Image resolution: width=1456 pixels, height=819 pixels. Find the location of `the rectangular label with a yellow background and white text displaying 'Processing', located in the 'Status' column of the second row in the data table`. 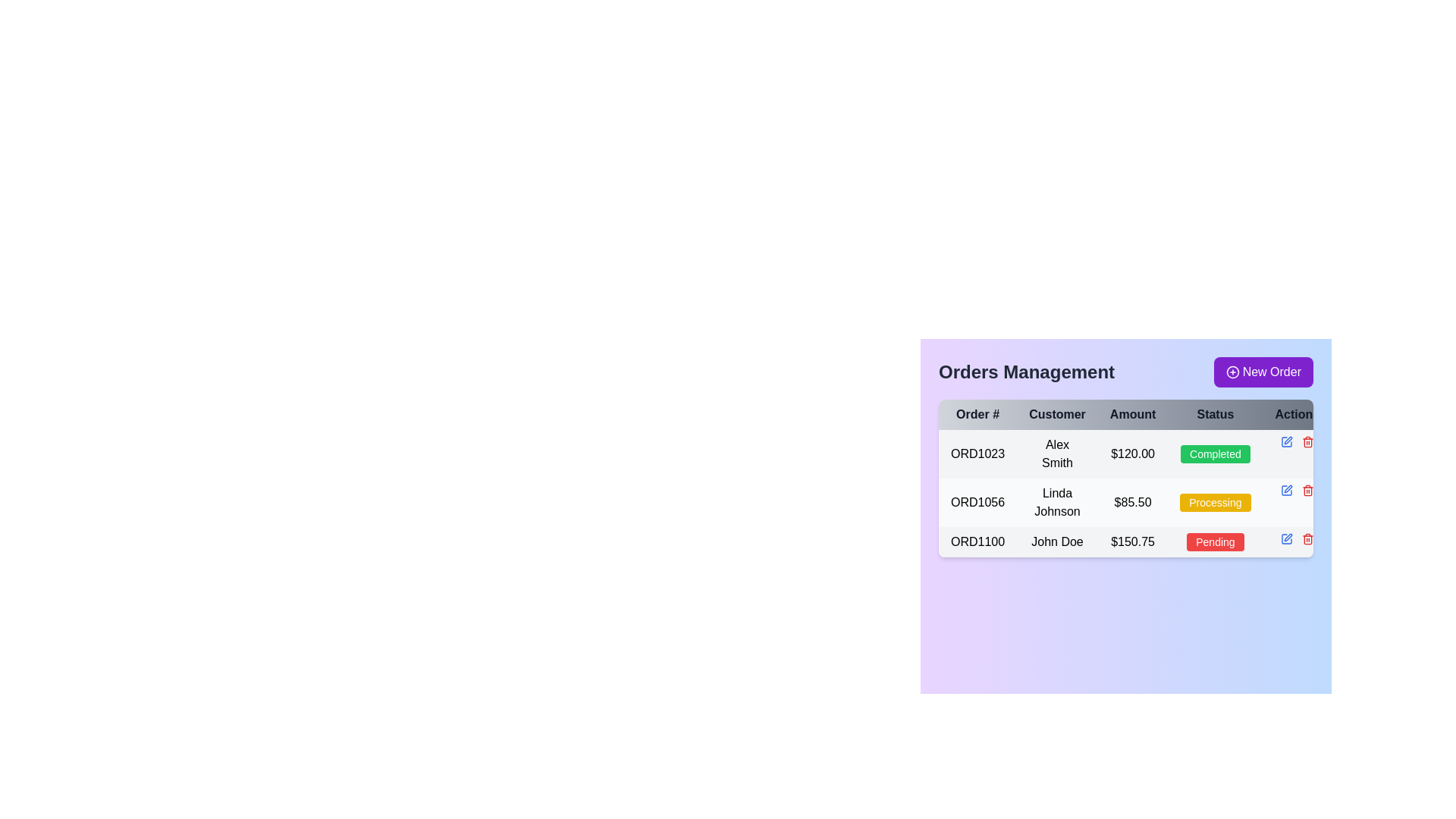

the rectangular label with a yellow background and white text displaying 'Processing', located in the 'Status' column of the second row in the data table is located at coordinates (1215, 503).